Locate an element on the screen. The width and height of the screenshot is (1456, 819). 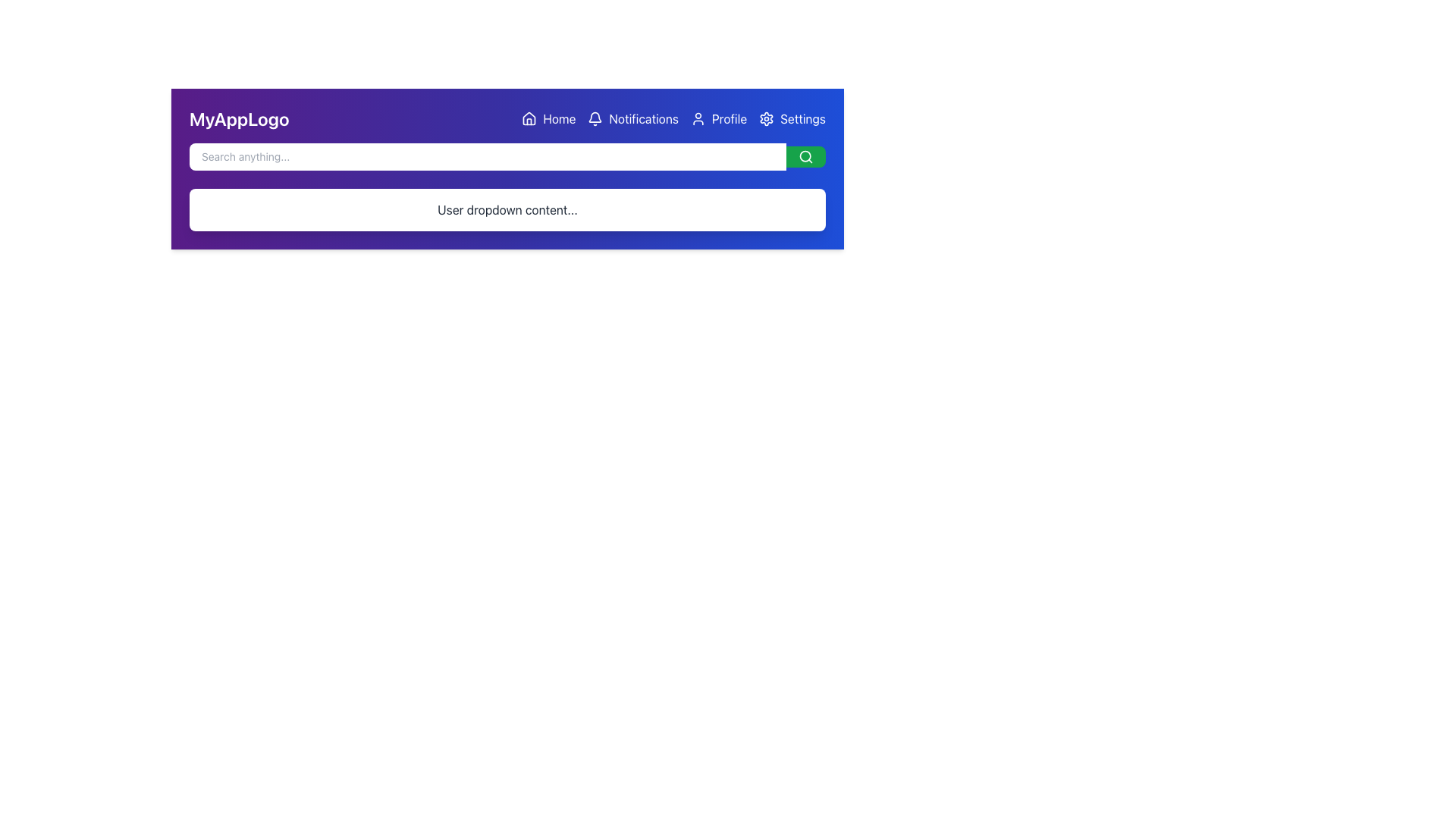
the search bar in the navigation header to type queries is located at coordinates (507, 169).